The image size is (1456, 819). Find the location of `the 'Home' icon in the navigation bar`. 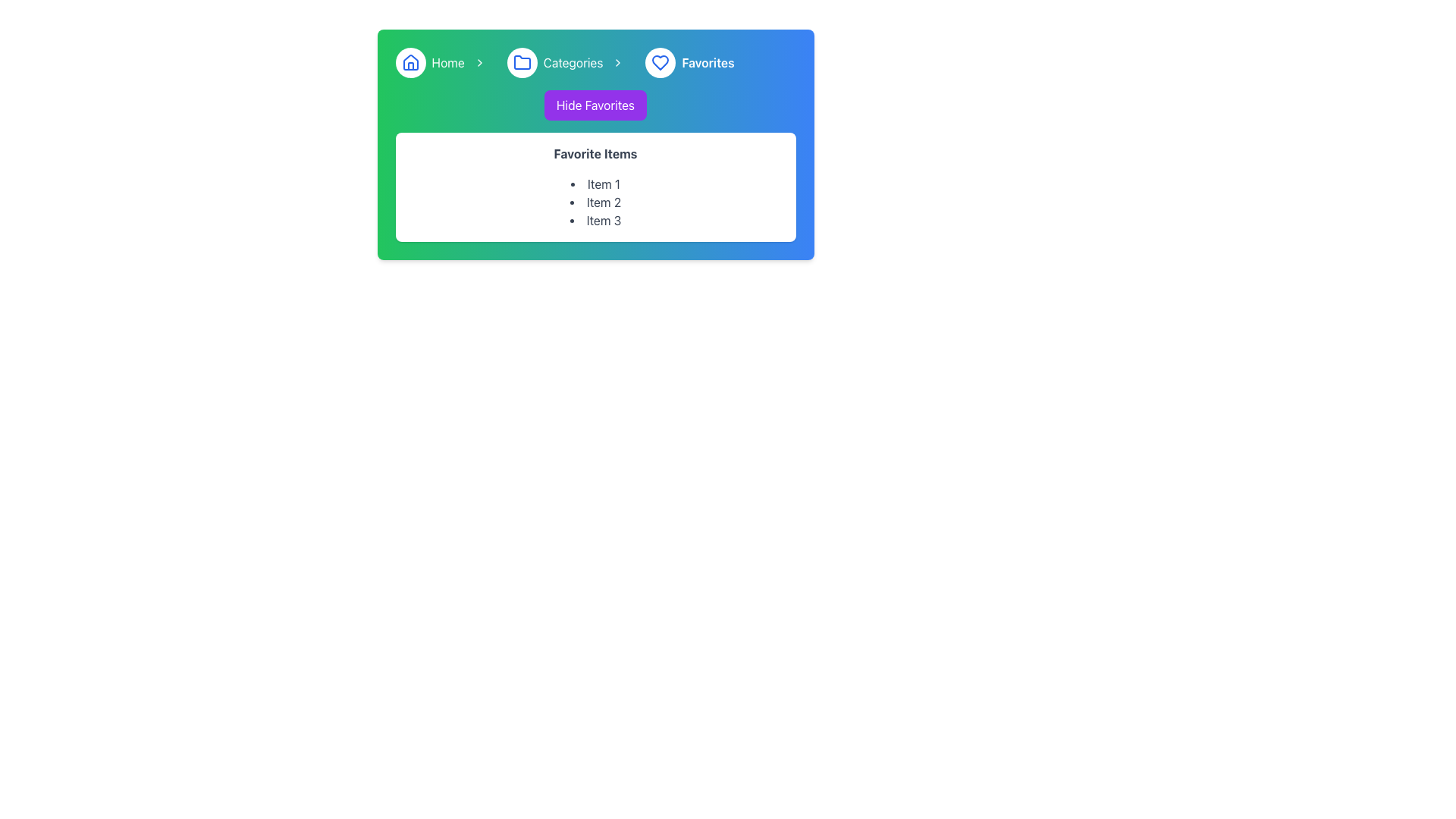

the 'Home' icon in the navigation bar is located at coordinates (410, 62).